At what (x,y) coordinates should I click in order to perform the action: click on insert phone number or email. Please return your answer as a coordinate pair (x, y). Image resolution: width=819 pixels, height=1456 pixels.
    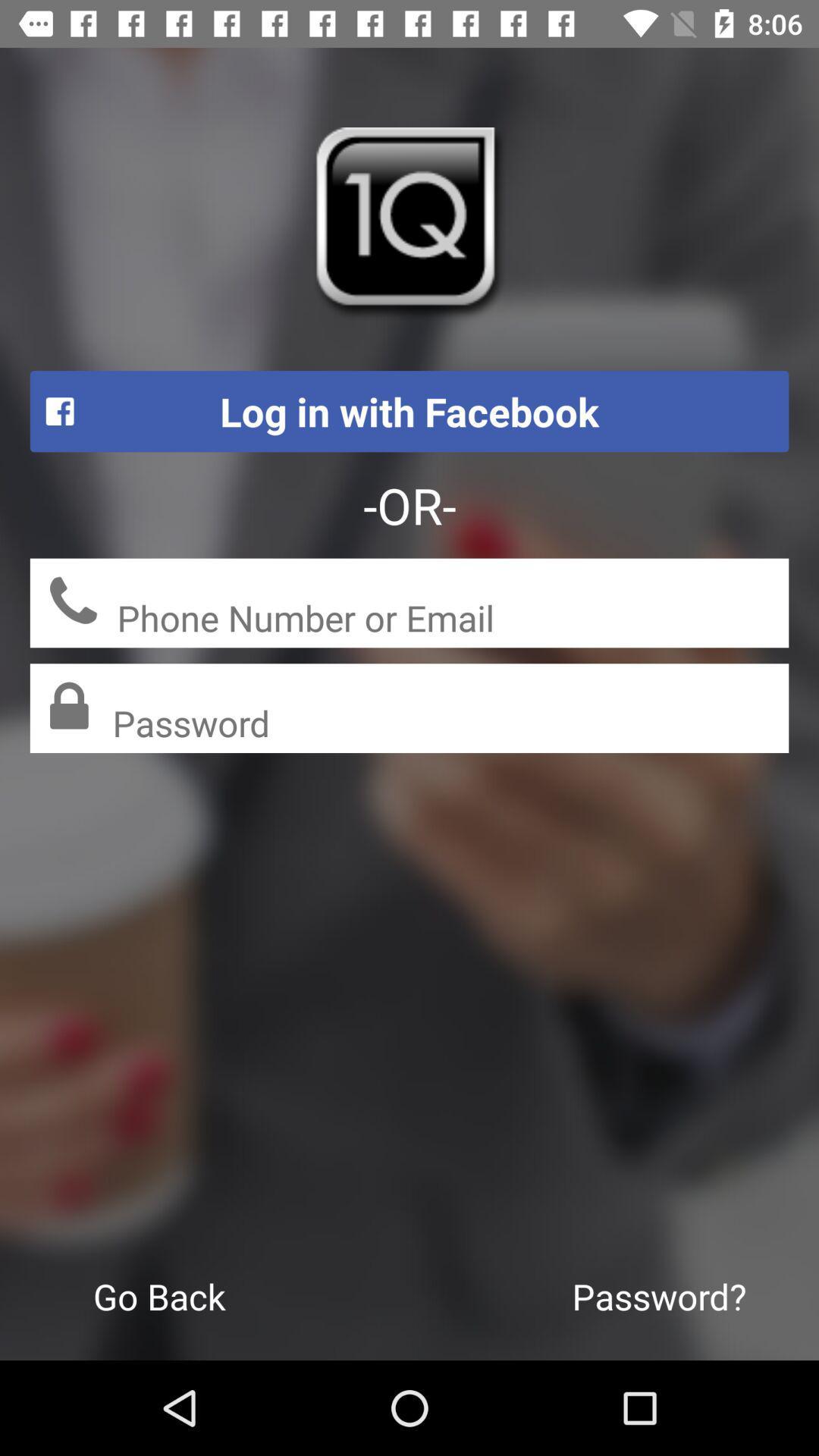
    Looking at the image, I should click on (452, 620).